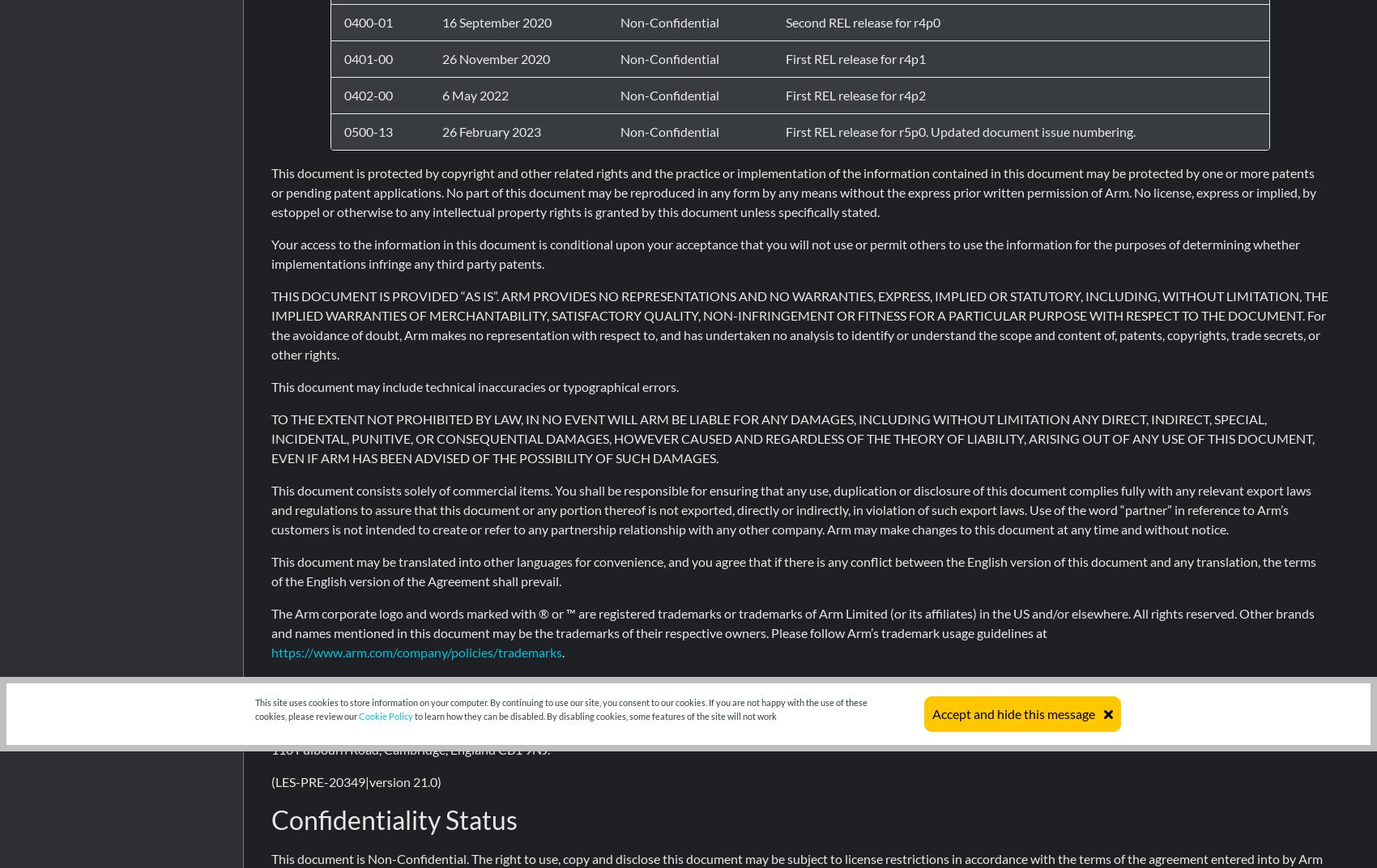  What do you see at coordinates (342, 130) in the screenshot?
I see `'0500-13'` at bounding box center [342, 130].